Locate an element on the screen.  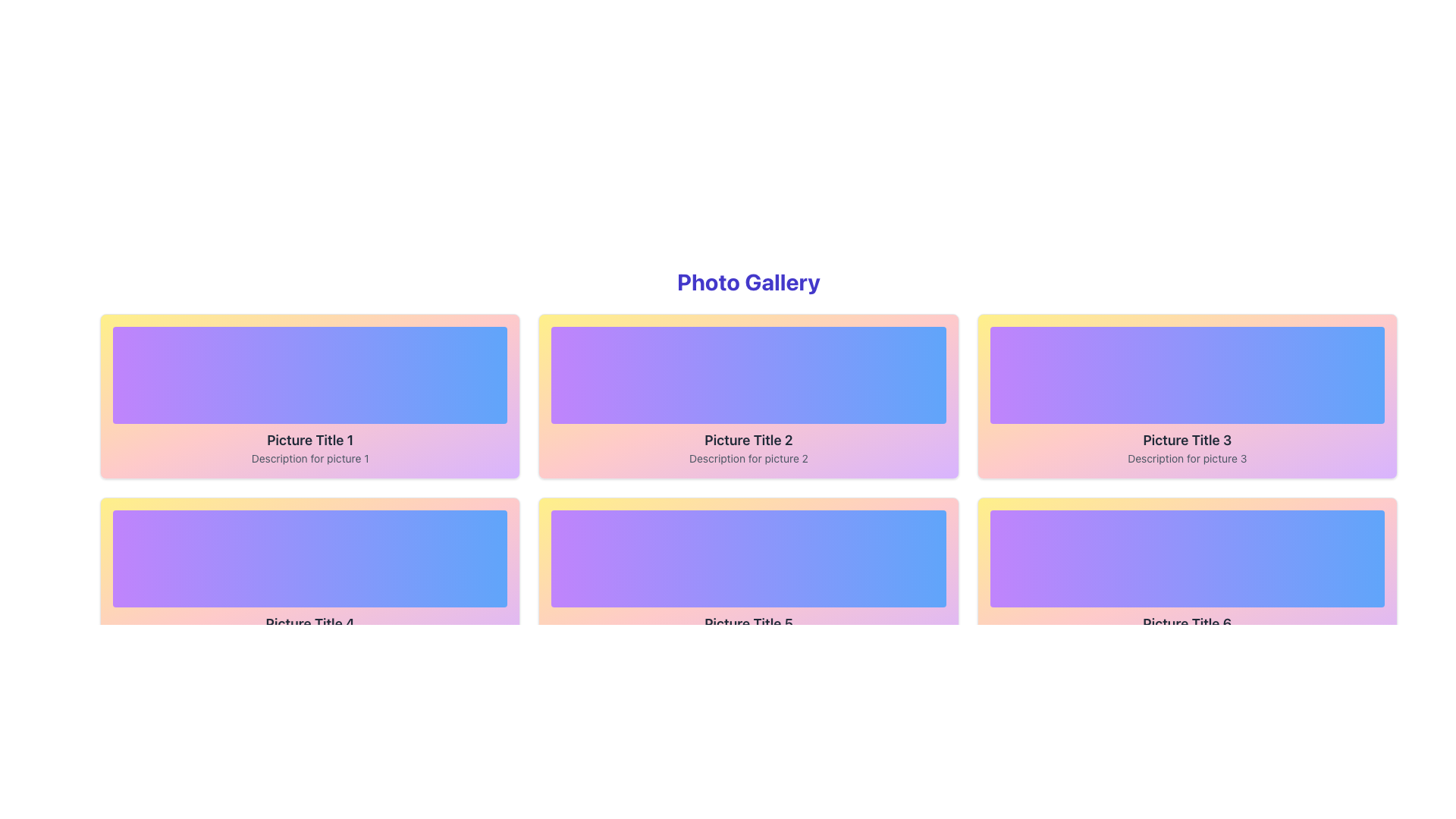
the Text label that provides additional descriptive information for the associated image or content below the title text 'Picture Title 1' in the first picture box is located at coordinates (309, 458).